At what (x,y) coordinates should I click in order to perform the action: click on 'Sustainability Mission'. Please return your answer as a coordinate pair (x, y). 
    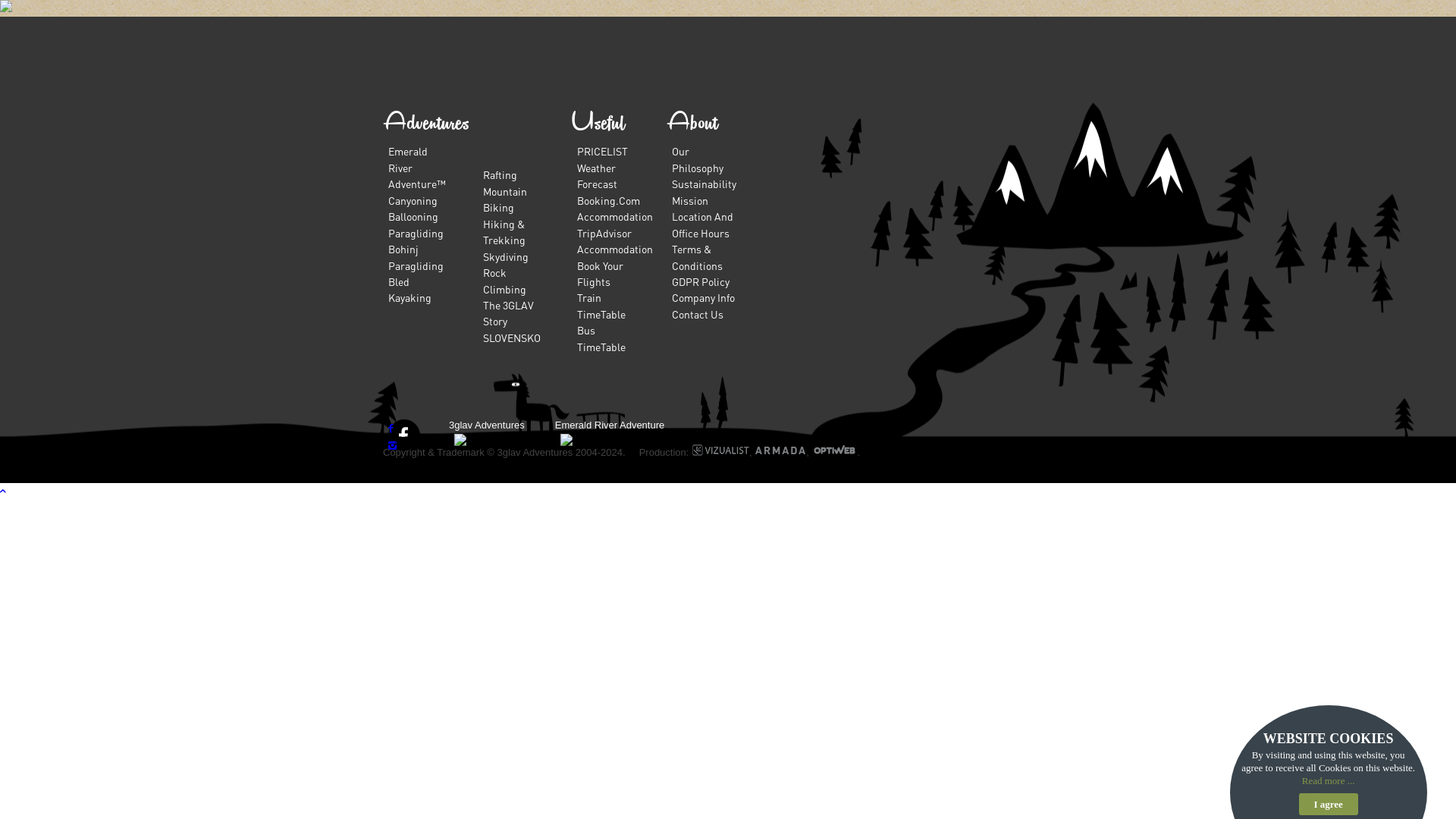
    Looking at the image, I should click on (671, 190).